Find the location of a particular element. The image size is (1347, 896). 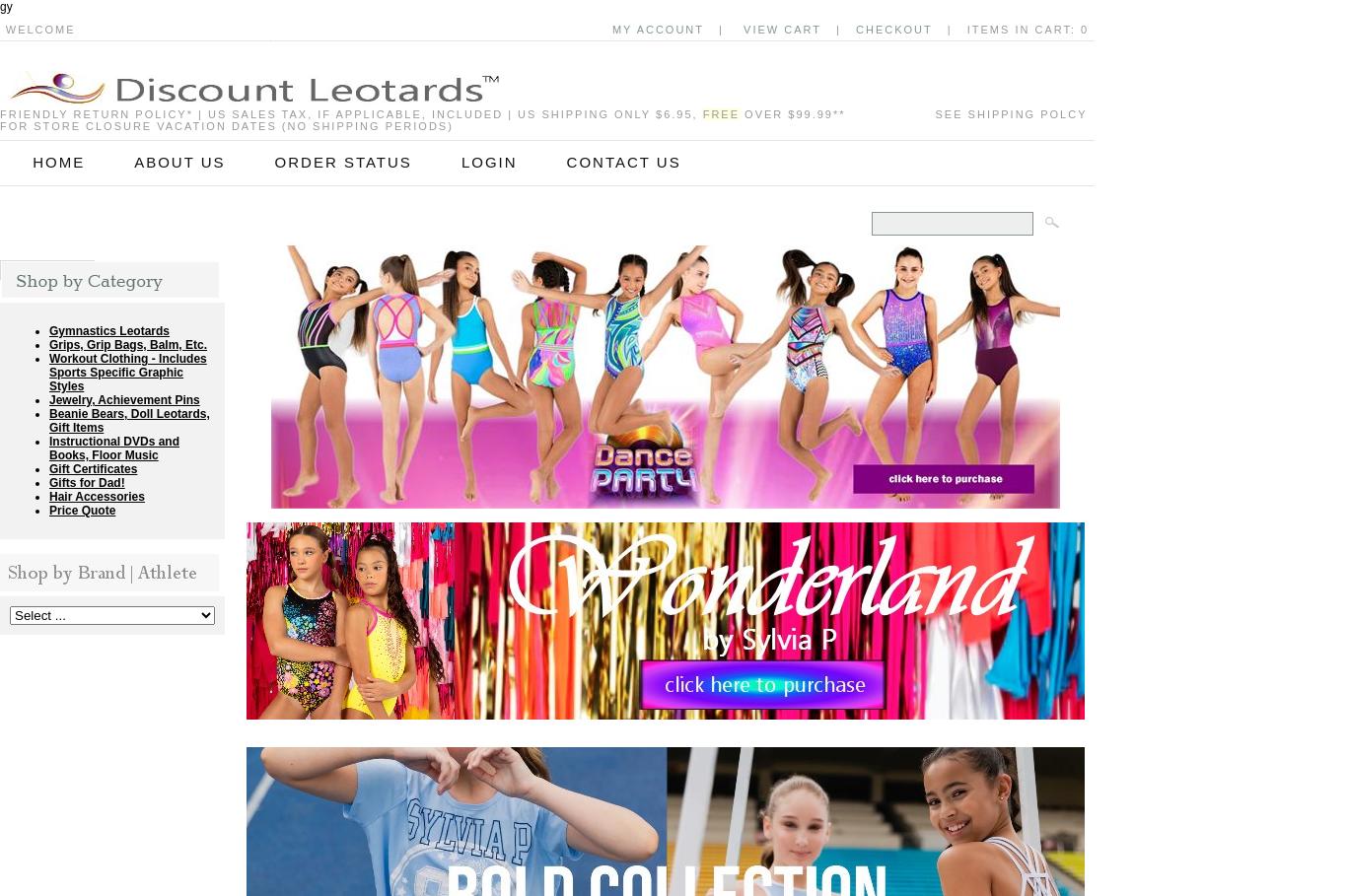

'My Account' is located at coordinates (610, 28).